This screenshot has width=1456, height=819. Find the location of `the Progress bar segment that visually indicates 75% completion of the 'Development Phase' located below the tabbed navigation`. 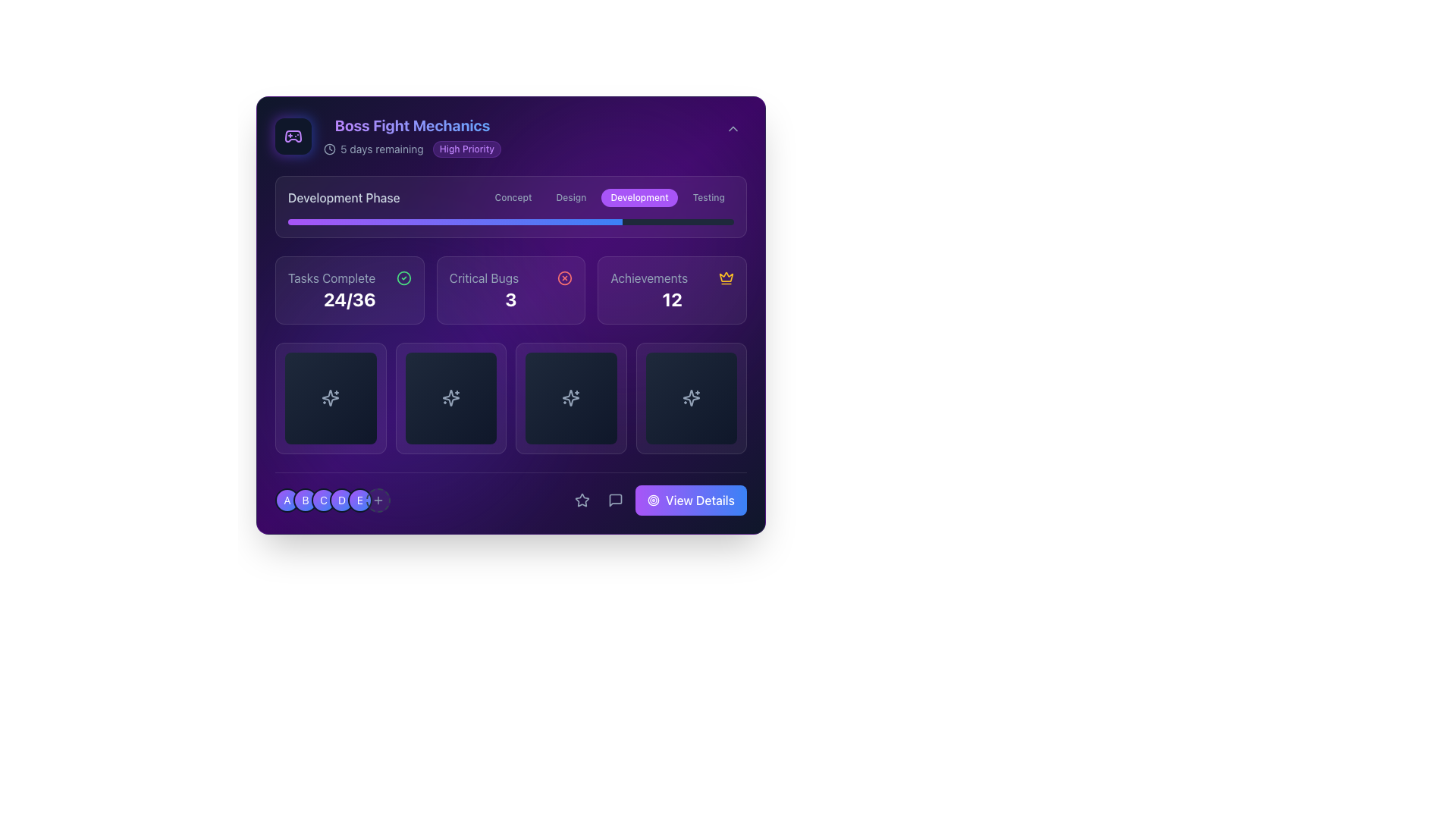

the Progress bar segment that visually indicates 75% completion of the 'Development Phase' located below the tabbed navigation is located at coordinates (454, 222).